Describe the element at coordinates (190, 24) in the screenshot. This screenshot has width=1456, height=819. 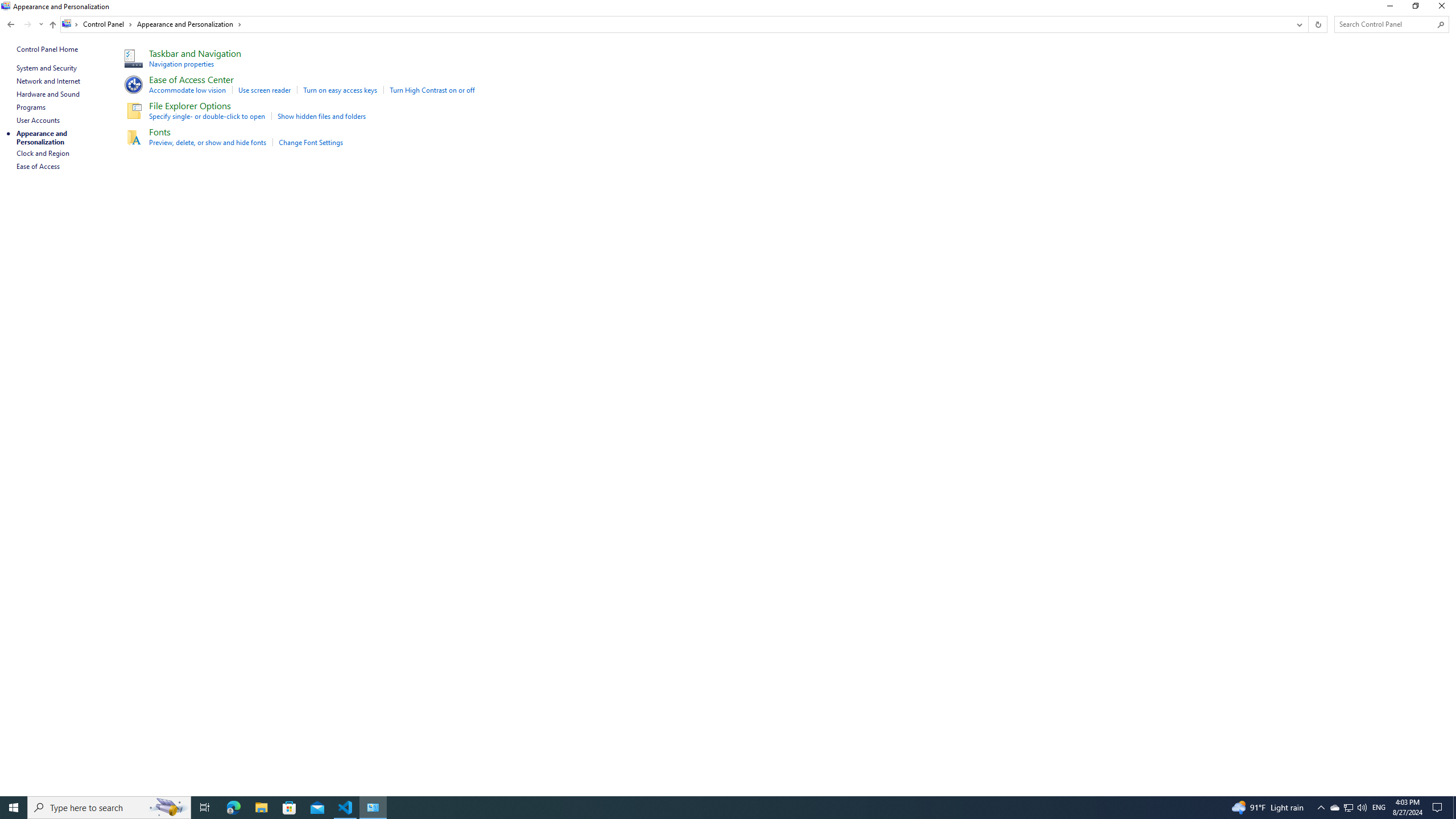
I see `'Appearance and Personalization'` at that location.